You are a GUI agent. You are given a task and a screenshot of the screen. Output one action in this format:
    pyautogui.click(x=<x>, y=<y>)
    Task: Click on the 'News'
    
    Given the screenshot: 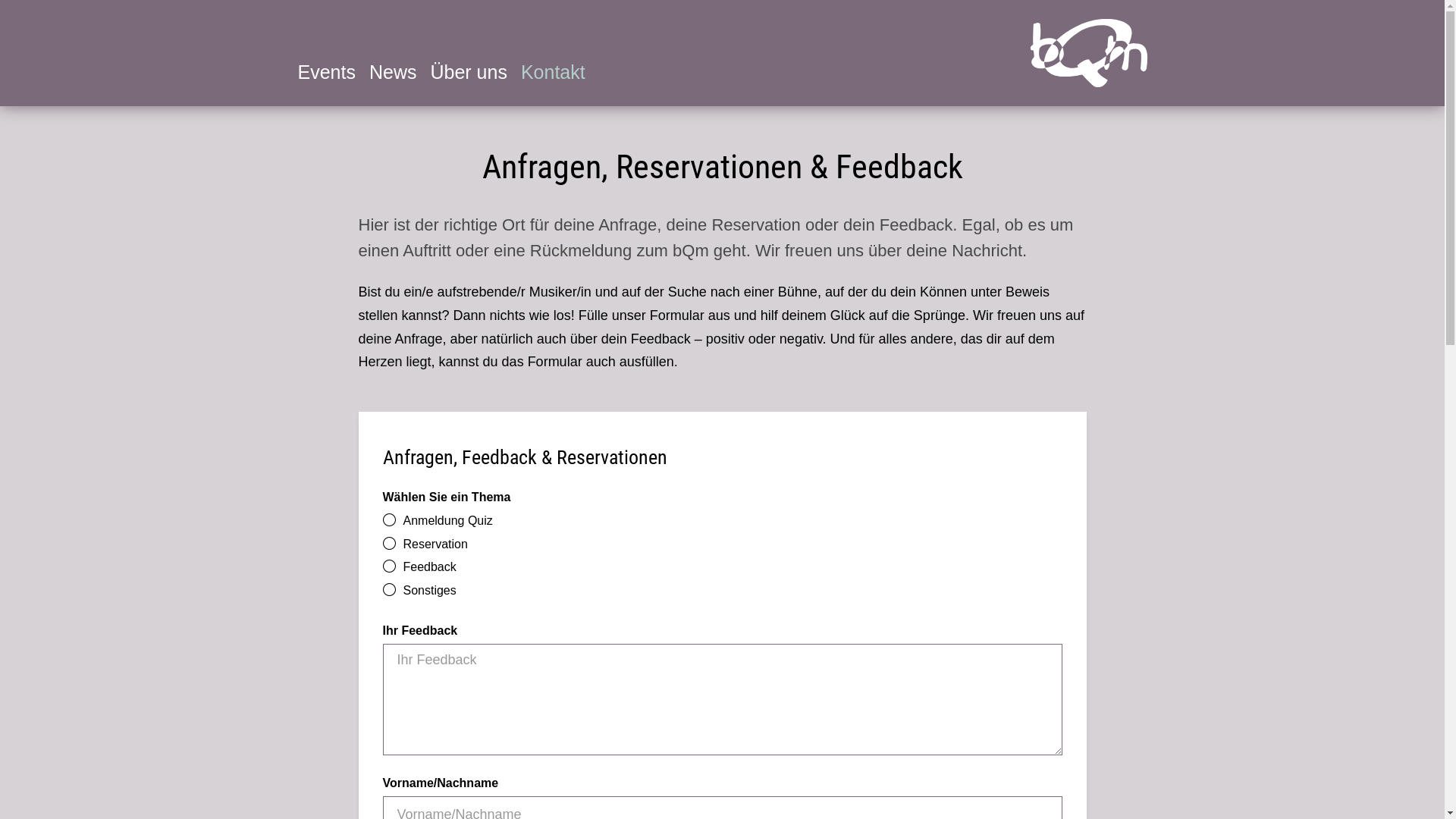 What is the action you would take?
    pyautogui.click(x=393, y=72)
    